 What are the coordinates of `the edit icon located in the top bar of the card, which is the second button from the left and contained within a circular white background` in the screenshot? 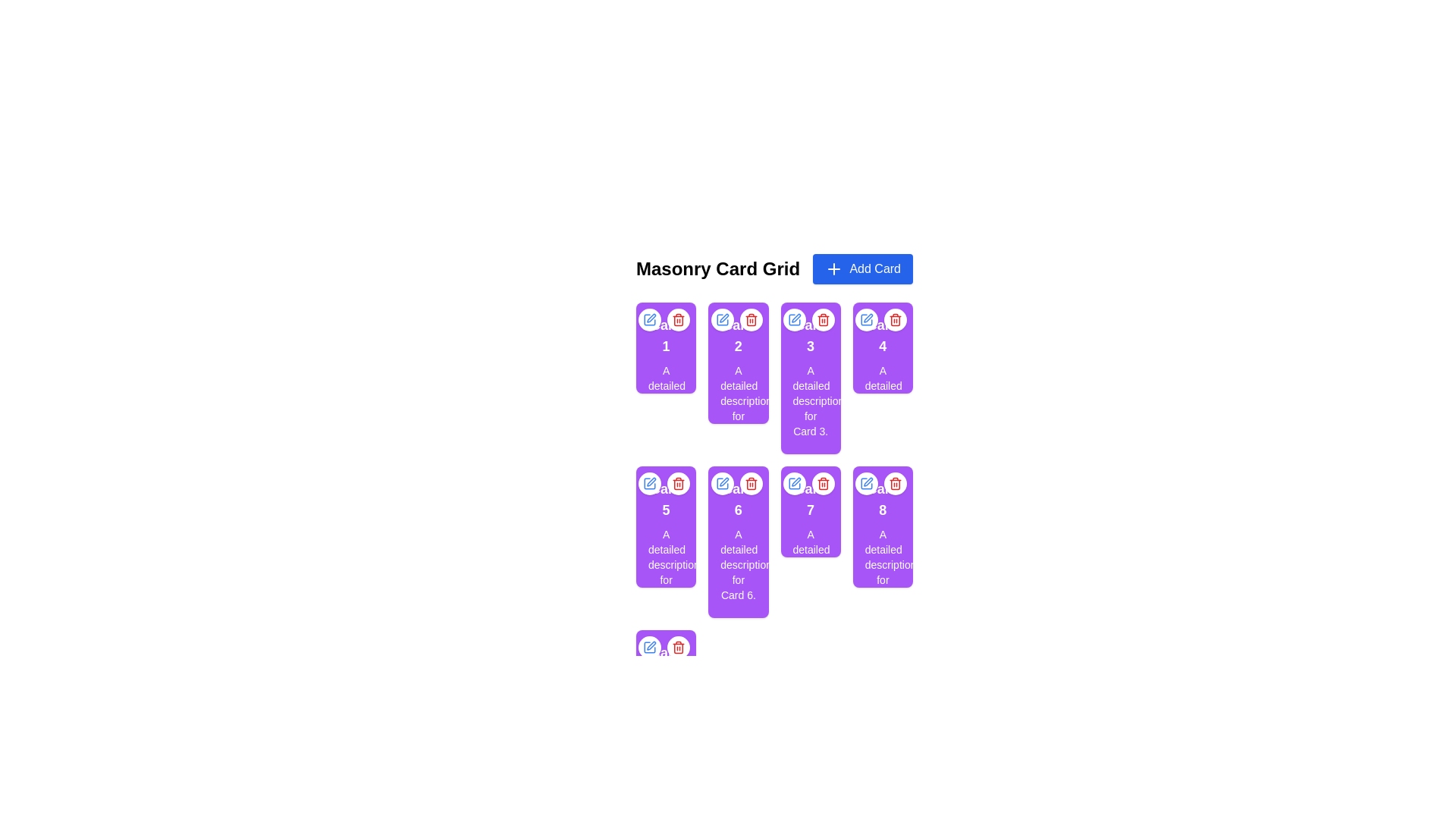 It's located at (866, 483).